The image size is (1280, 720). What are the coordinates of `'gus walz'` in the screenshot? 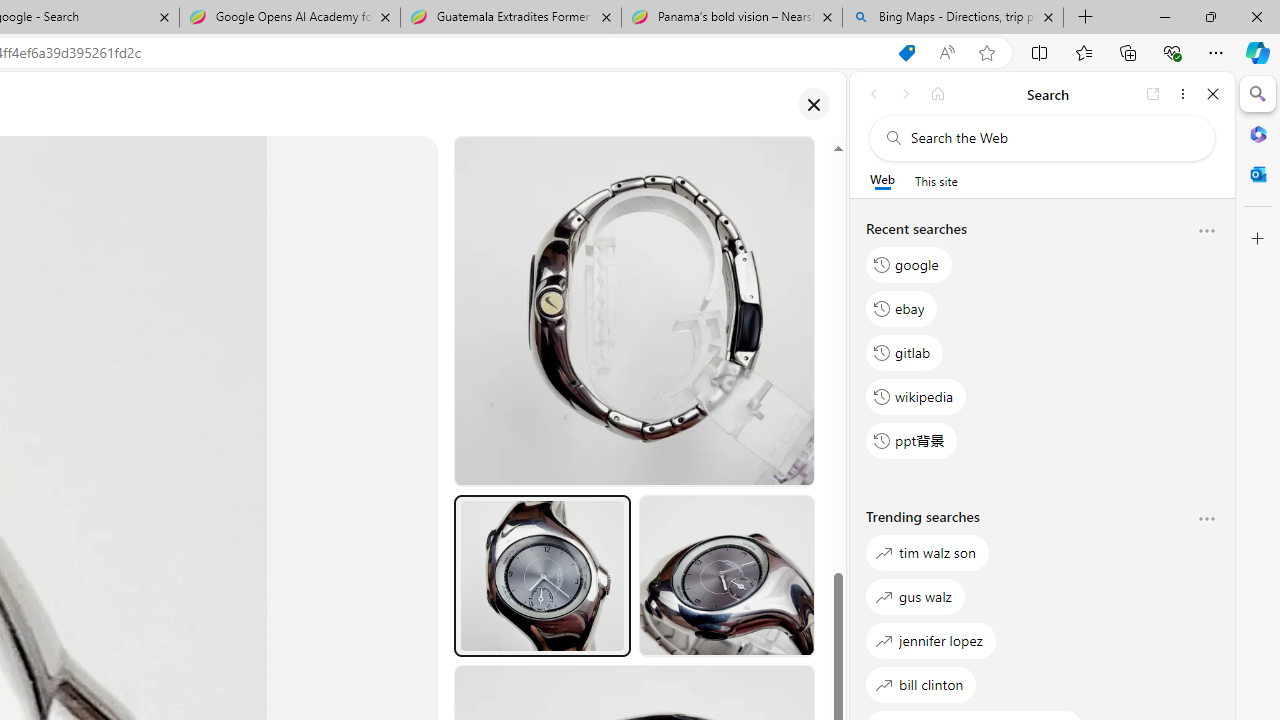 It's located at (914, 595).